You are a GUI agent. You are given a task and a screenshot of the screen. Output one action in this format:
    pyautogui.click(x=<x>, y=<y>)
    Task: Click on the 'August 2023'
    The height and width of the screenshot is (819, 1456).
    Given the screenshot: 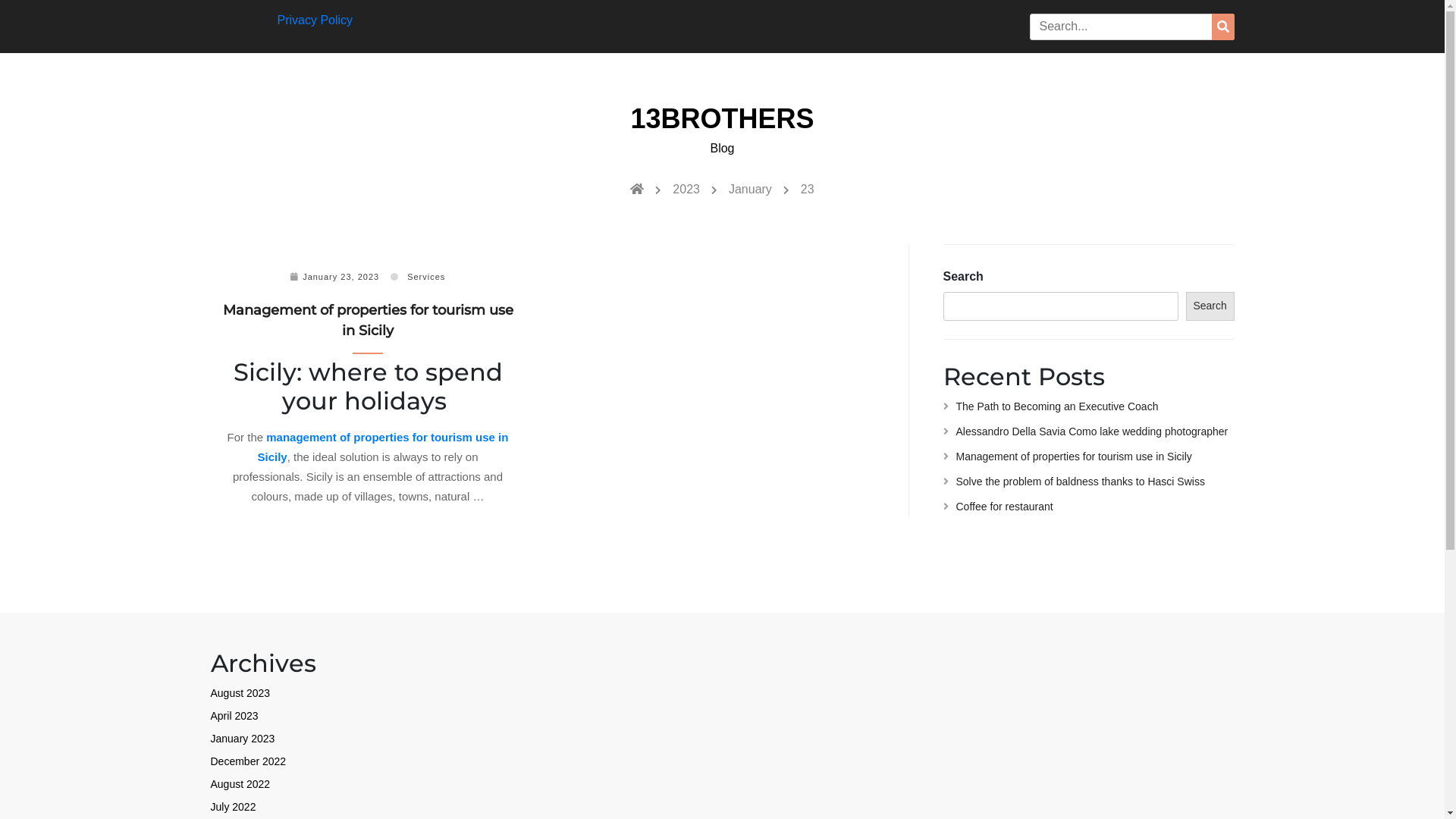 What is the action you would take?
    pyautogui.click(x=210, y=693)
    